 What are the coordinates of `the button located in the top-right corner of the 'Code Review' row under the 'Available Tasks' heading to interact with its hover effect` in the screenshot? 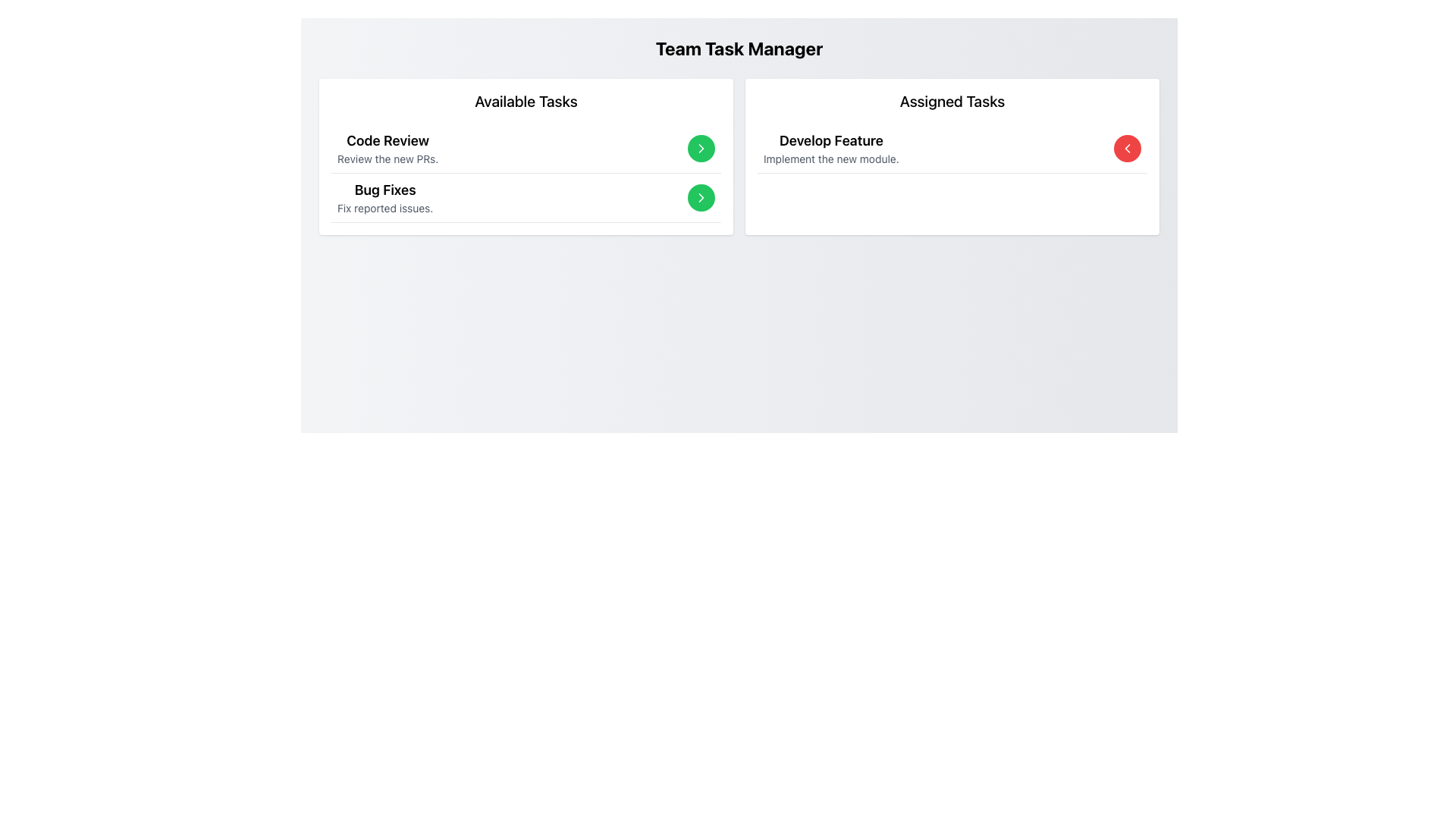 It's located at (701, 149).